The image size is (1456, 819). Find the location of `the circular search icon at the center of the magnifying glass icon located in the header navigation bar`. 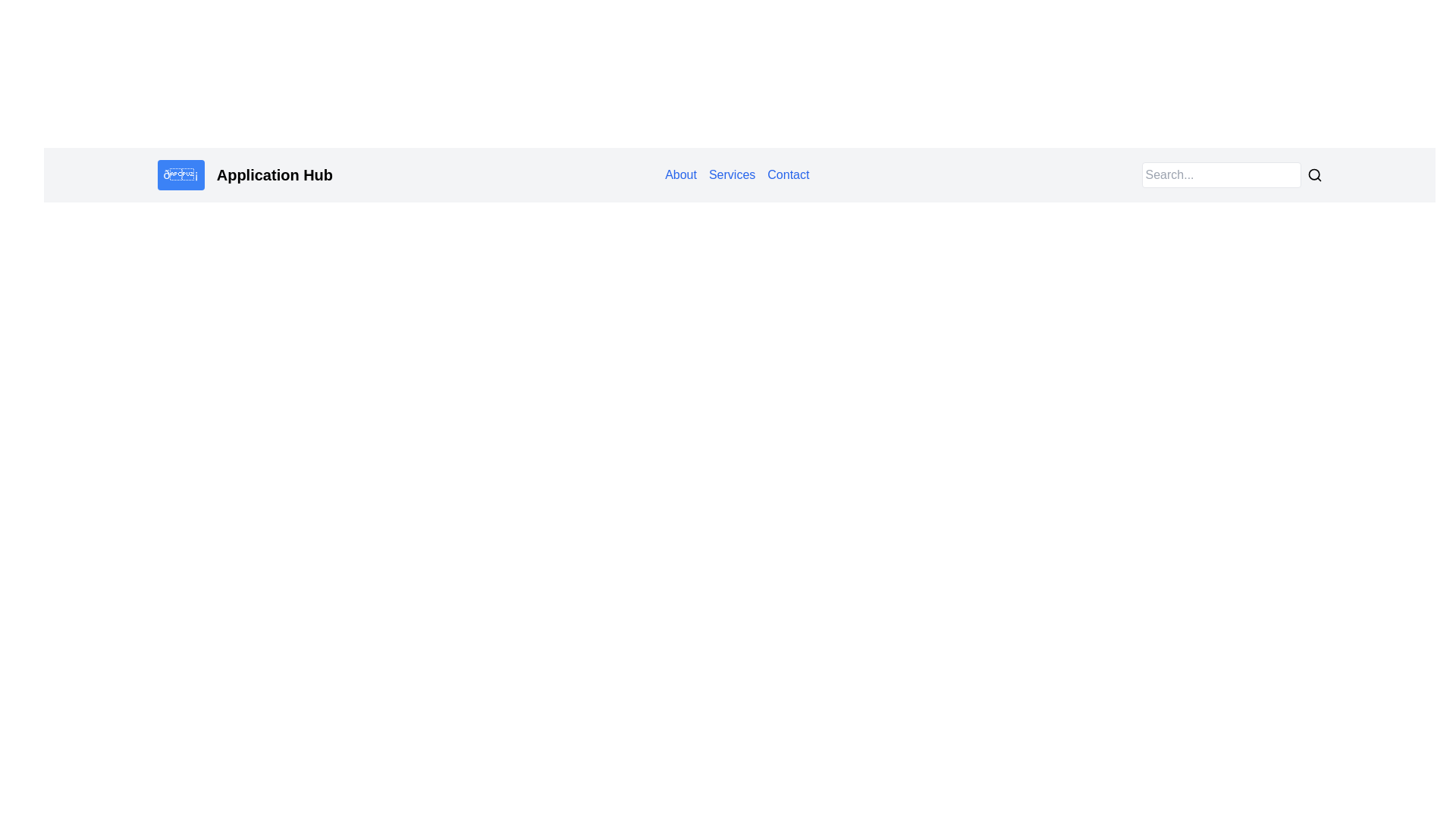

the circular search icon at the center of the magnifying glass icon located in the header navigation bar is located at coordinates (1313, 174).